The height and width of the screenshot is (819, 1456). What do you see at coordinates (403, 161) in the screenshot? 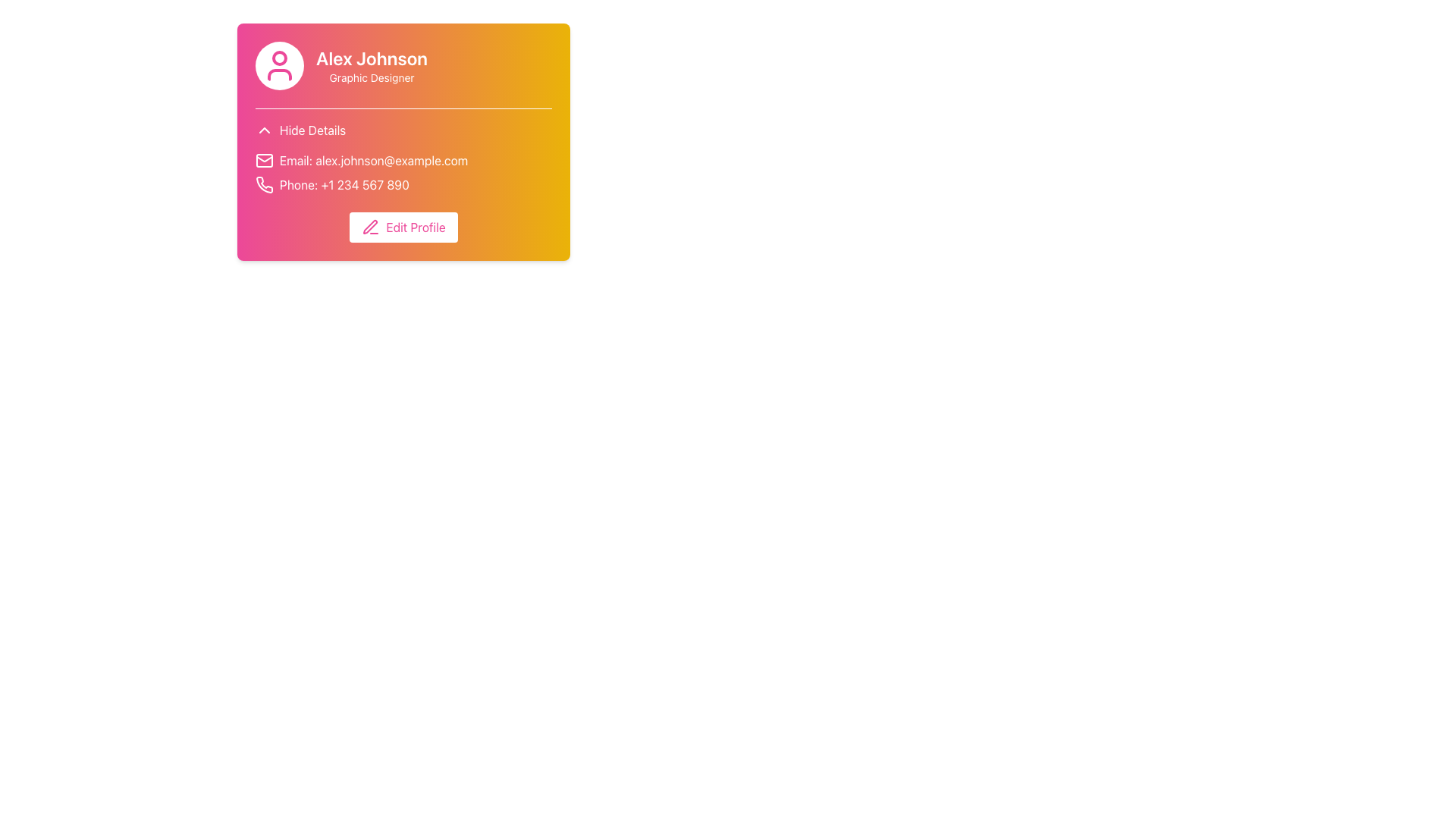
I see `the label displaying the email address, which is the first item in the contact details block, positioned above the phone number entry` at bounding box center [403, 161].